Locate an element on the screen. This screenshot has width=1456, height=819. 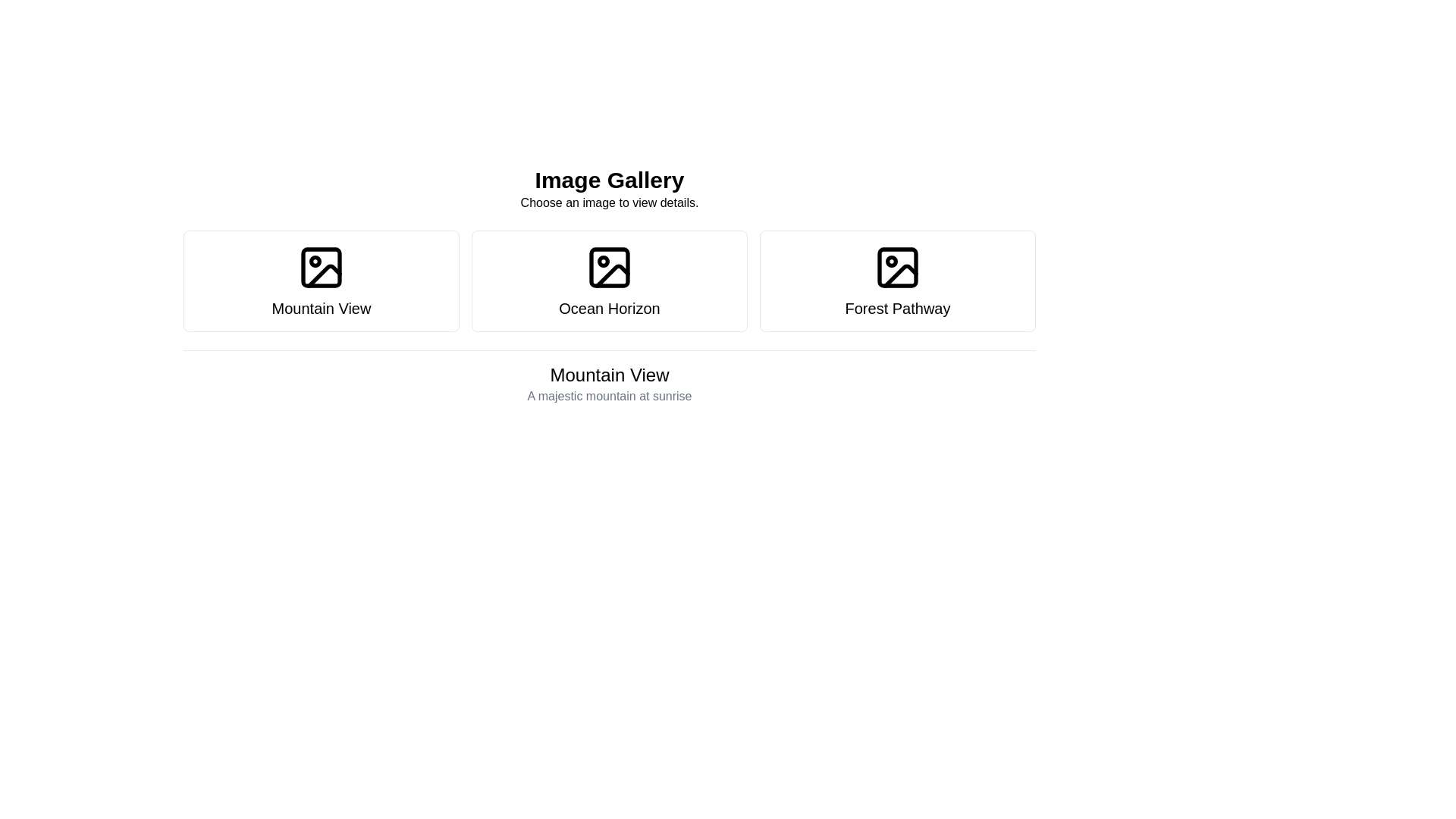
the text label displaying 'Choose an image is located at coordinates (610, 202).